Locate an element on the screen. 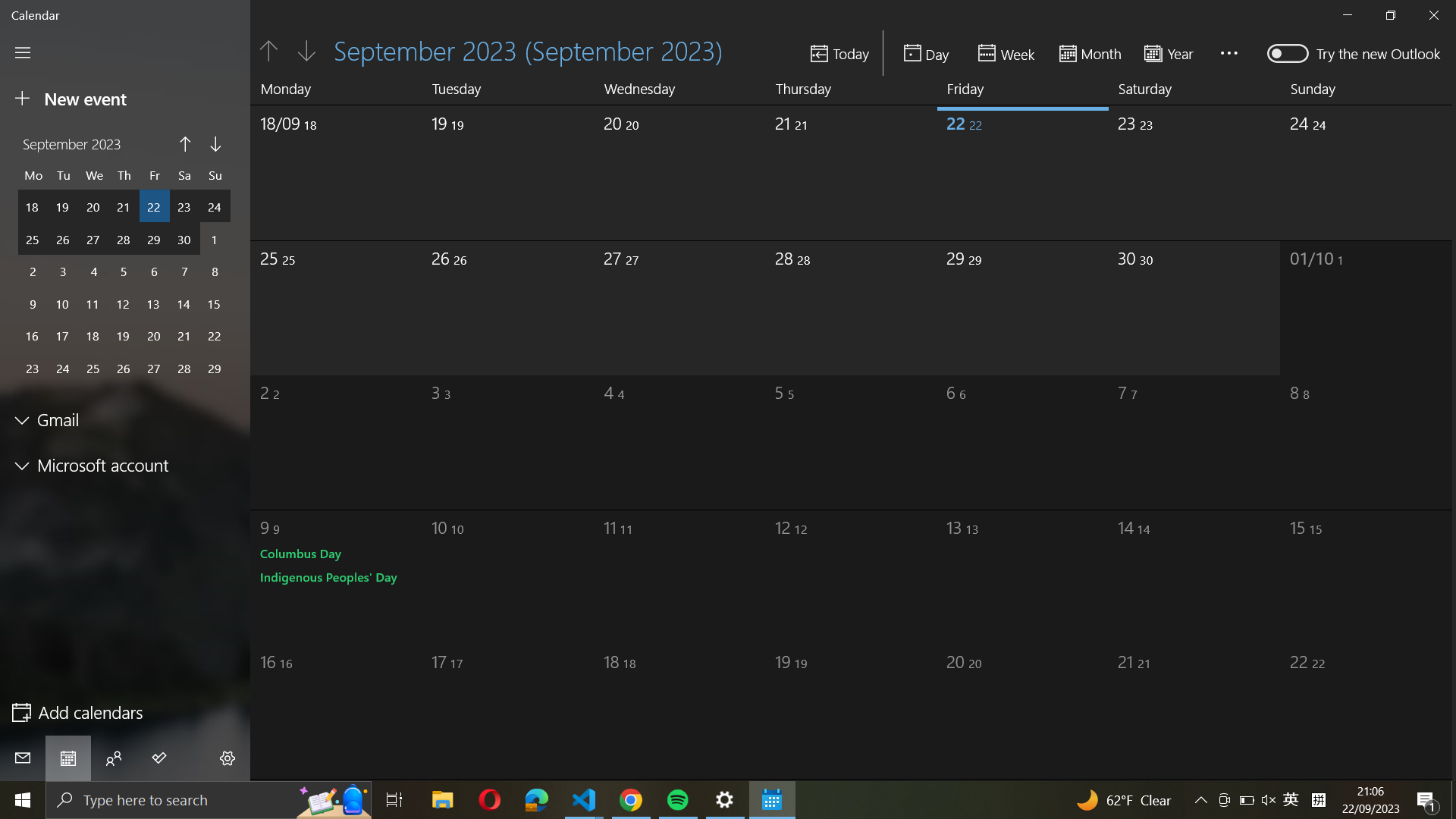 This screenshot has height=819, width=1456. the date 10/13 is located at coordinates (1001, 571).